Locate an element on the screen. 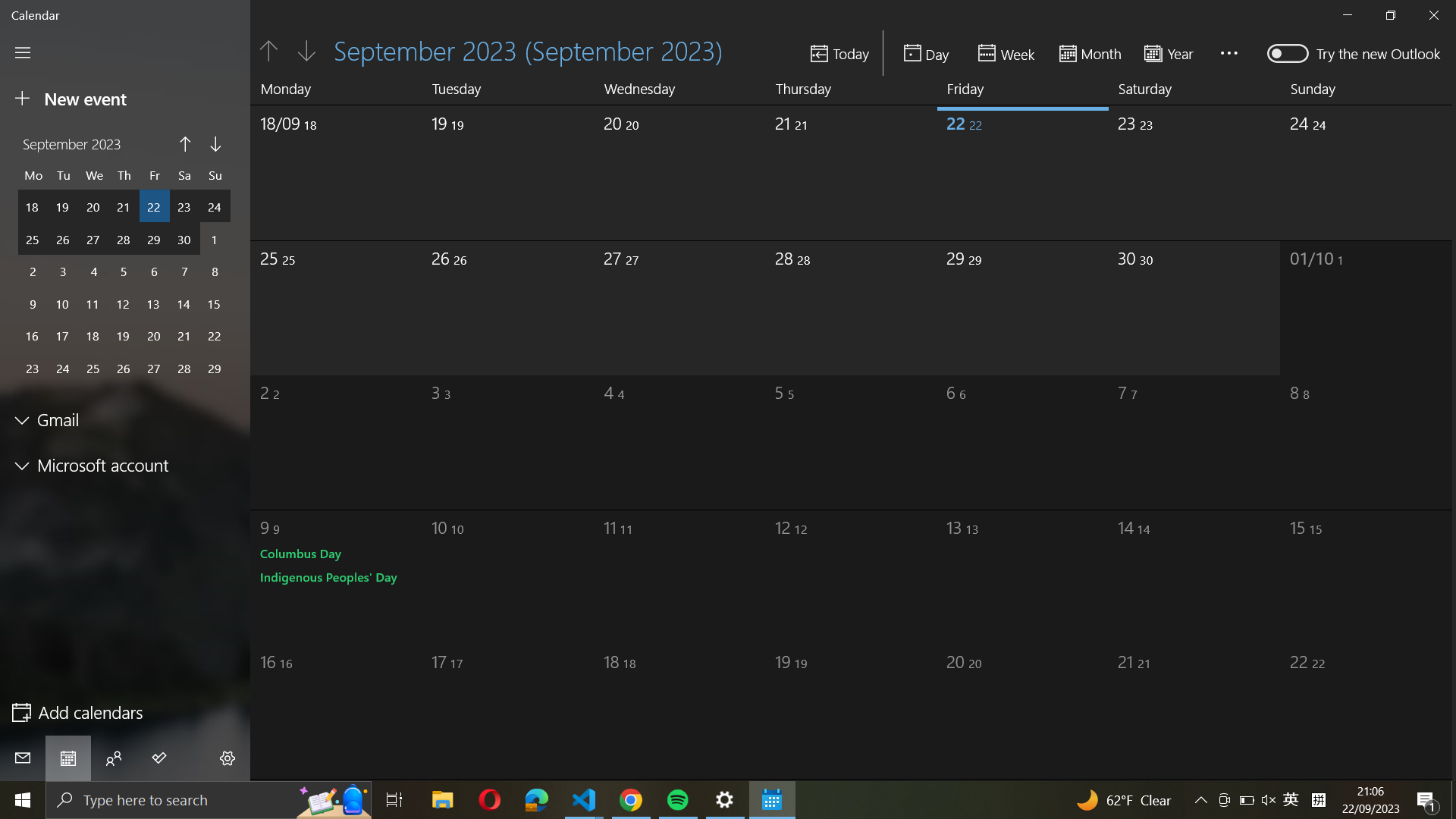 This screenshot has height=819, width=1456. the date 10/13 is located at coordinates (1001, 571).